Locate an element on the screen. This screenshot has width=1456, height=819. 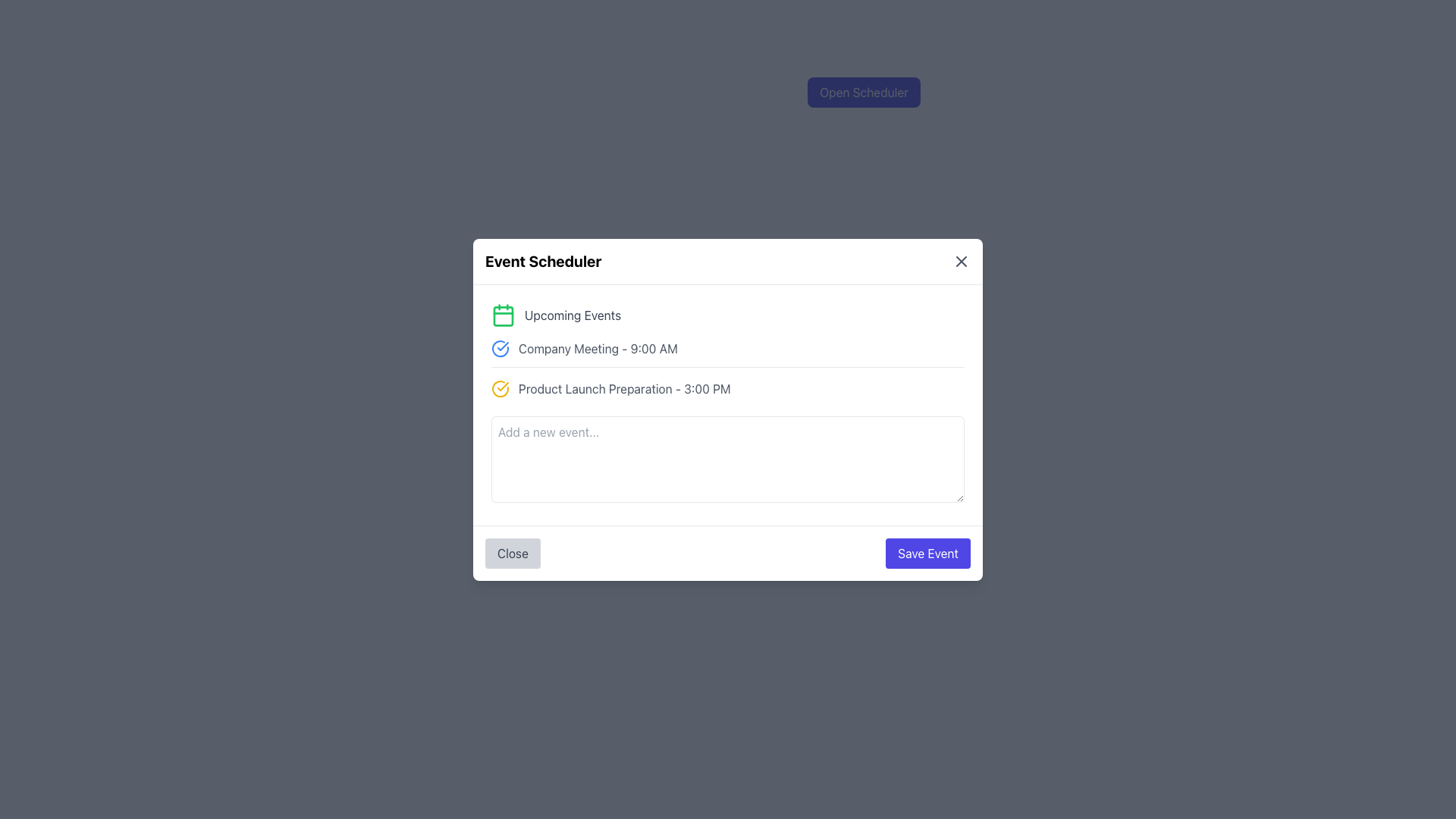
the button located in the top-right corner of the interface is located at coordinates (864, 93).